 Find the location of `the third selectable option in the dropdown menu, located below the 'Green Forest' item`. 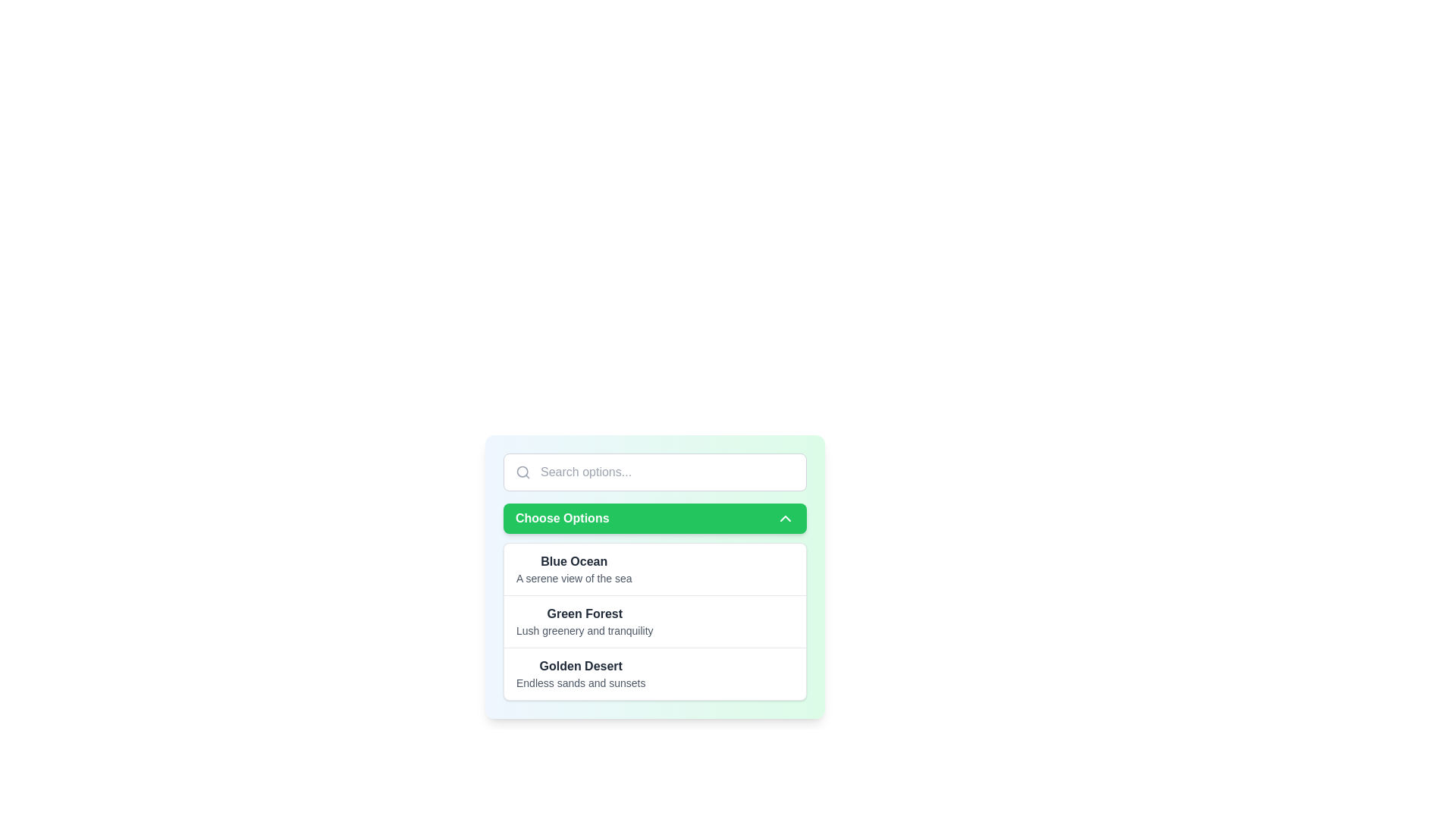

the third selectable option in the dropdown menu, located below the 'Green Forest' item is located at coordinates (580, 673).